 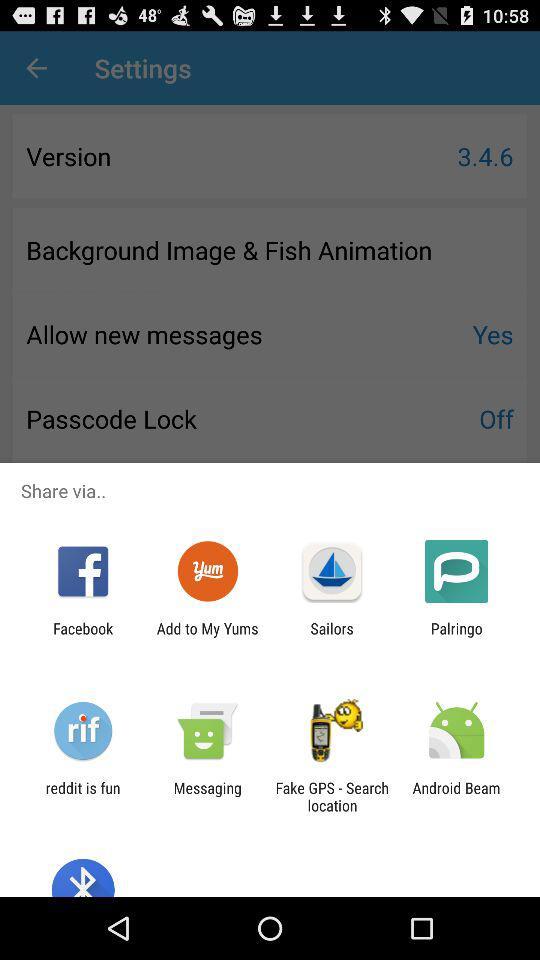 What do you see at coordinates (206, 636) in the screenshot?
I see `add to my icon` at bounding box center [206, 636].